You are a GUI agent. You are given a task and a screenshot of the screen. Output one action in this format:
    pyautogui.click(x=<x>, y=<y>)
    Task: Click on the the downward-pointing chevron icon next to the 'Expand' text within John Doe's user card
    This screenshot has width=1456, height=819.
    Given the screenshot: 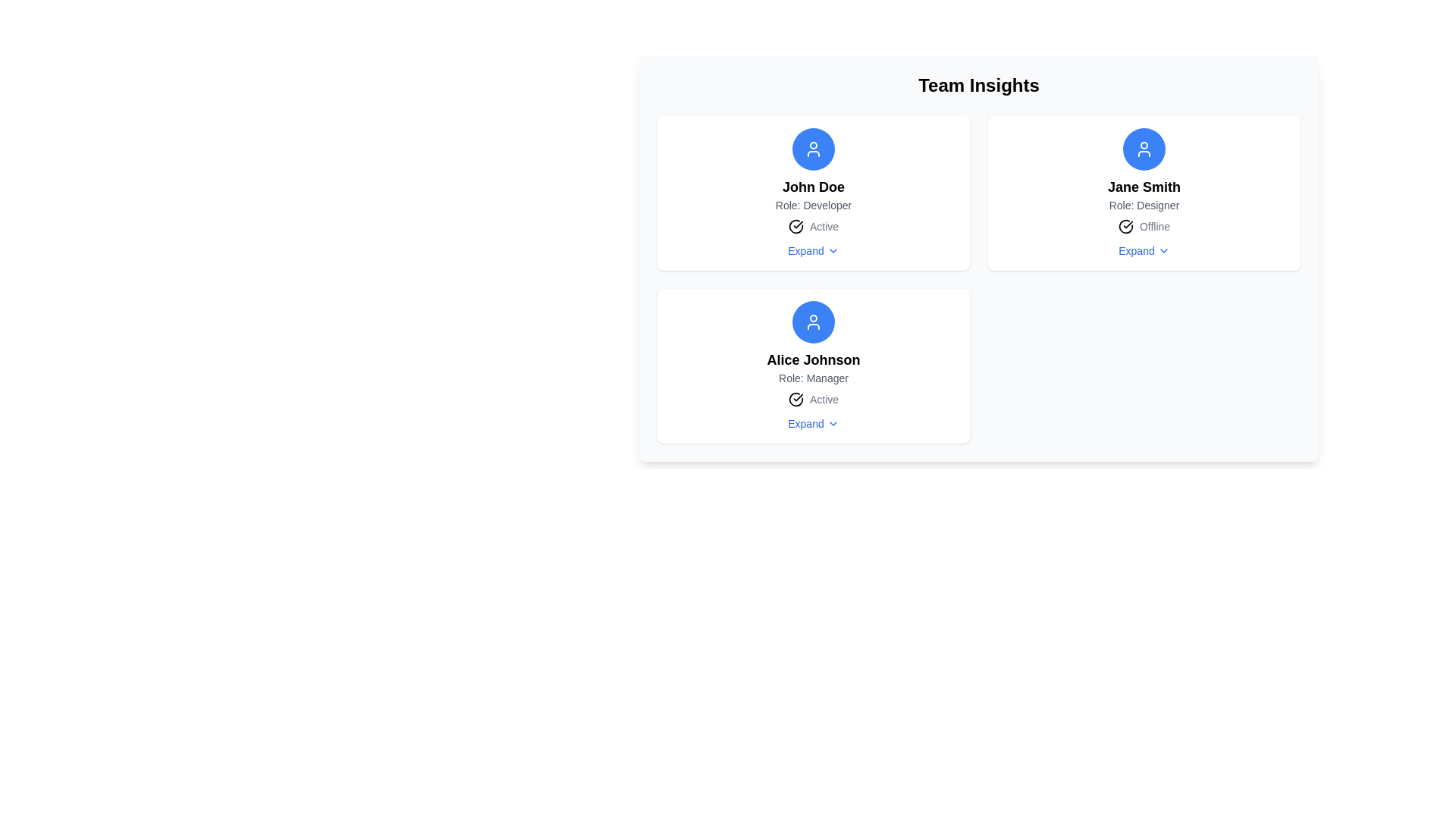 What is the action you would take?
    pyautogui.click(x=832, y=250)
    